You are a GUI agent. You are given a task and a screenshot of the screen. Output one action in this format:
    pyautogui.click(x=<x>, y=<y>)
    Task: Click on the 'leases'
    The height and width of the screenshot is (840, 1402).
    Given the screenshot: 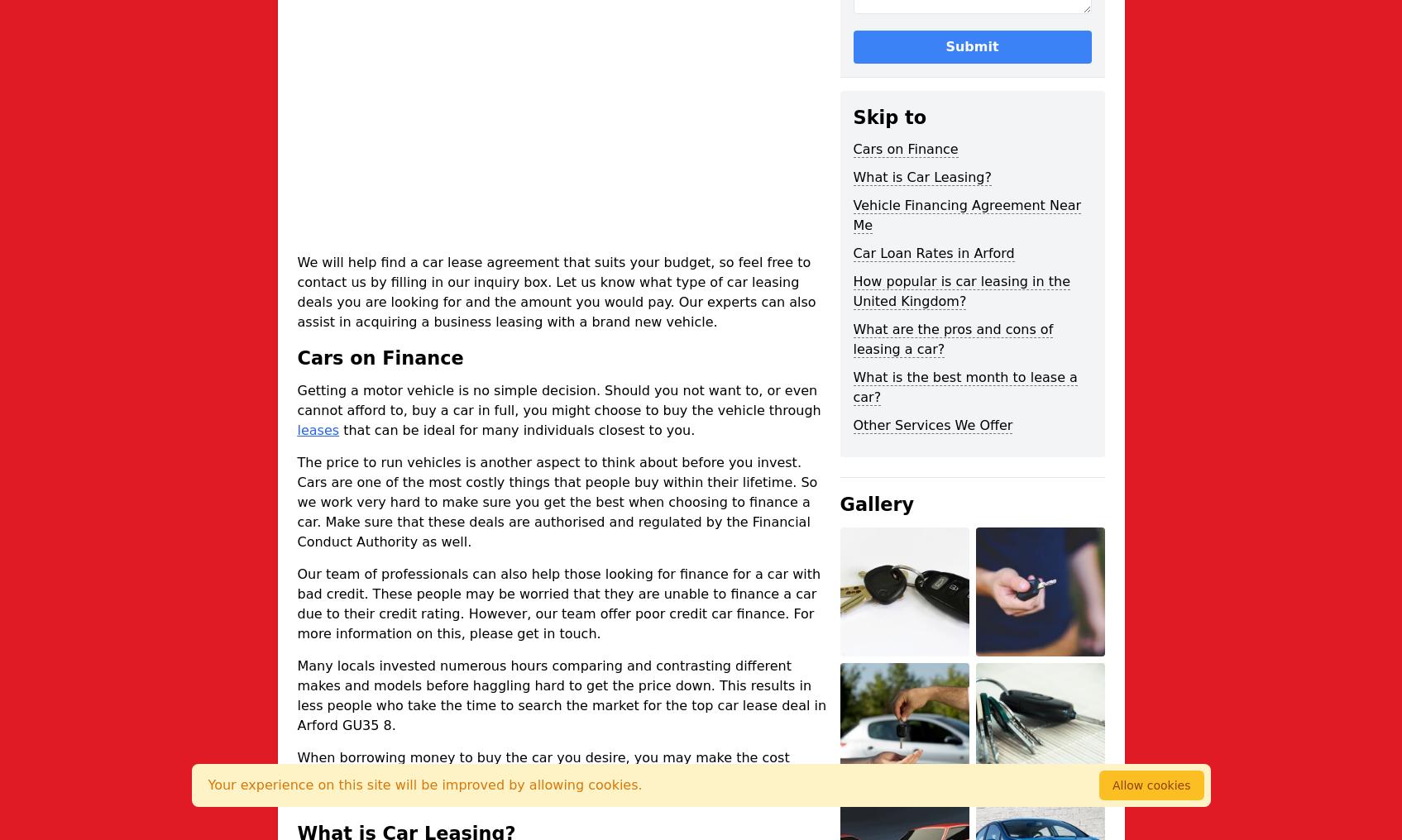 What is the action you would take?
    pyautogui.click(x=296, y=428)
    